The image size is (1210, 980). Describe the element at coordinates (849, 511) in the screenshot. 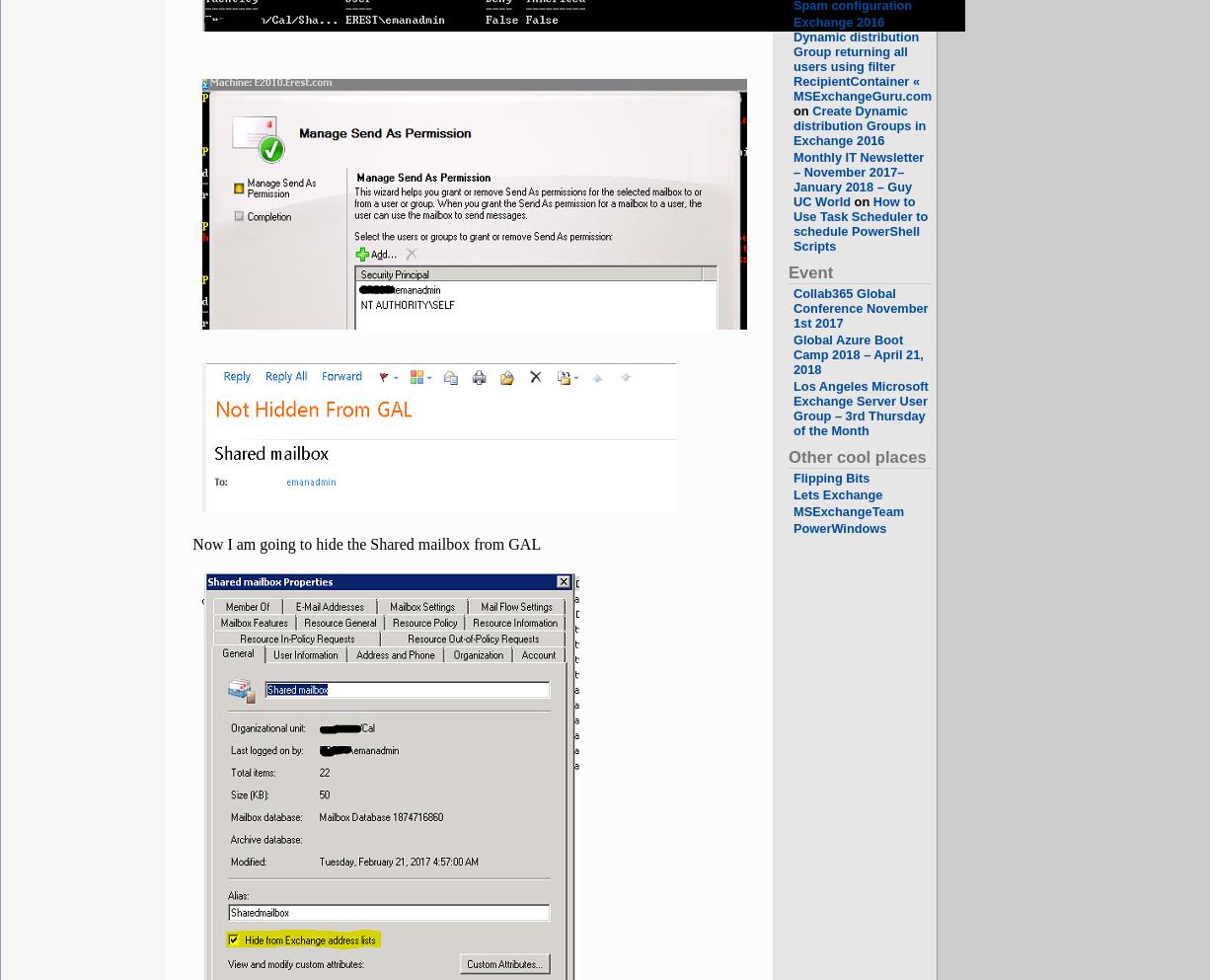

I see `'MSExchangeTeam'` at that location.